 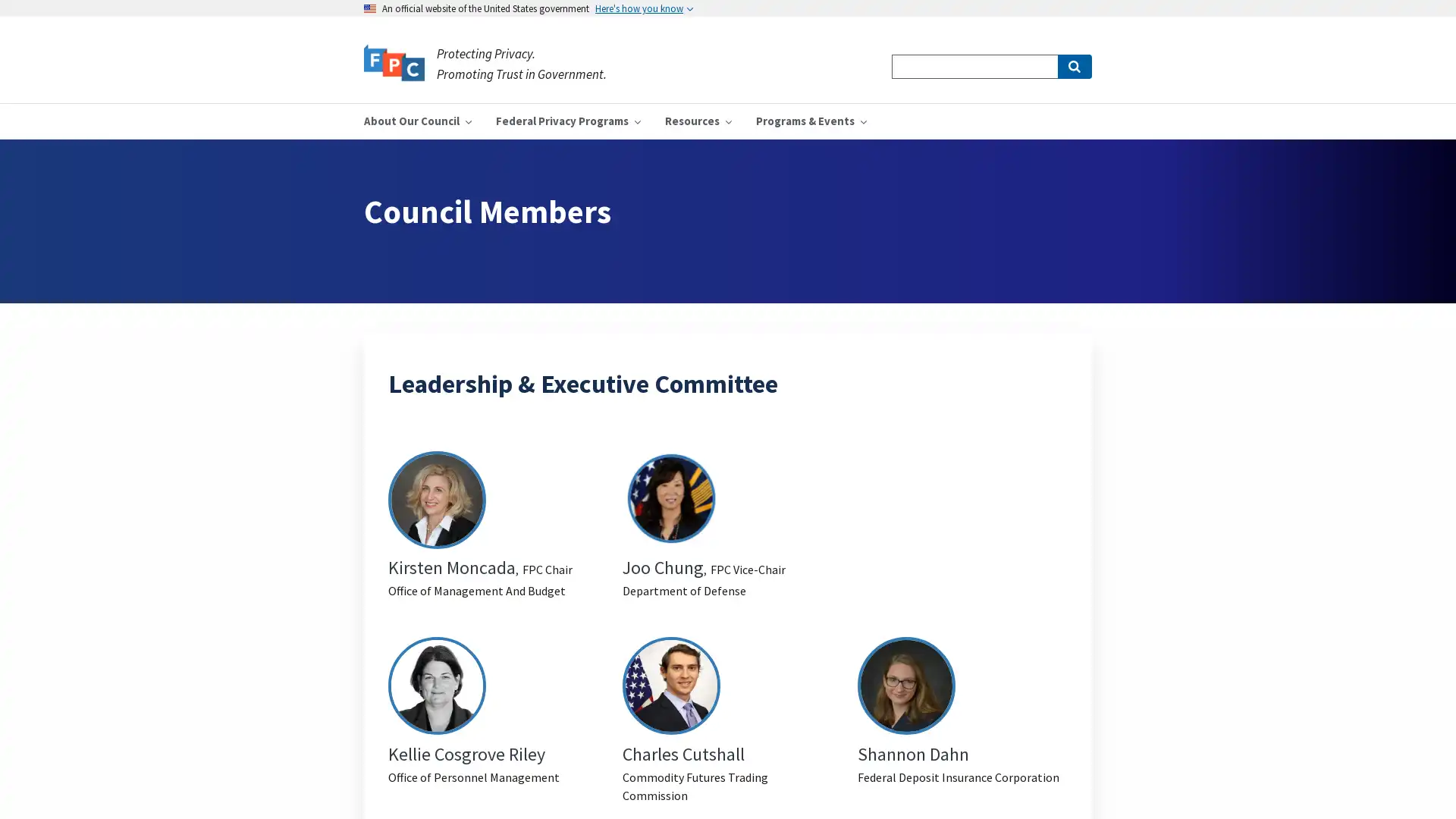 I want to click on About Our Council, so click(x=418, y=120).